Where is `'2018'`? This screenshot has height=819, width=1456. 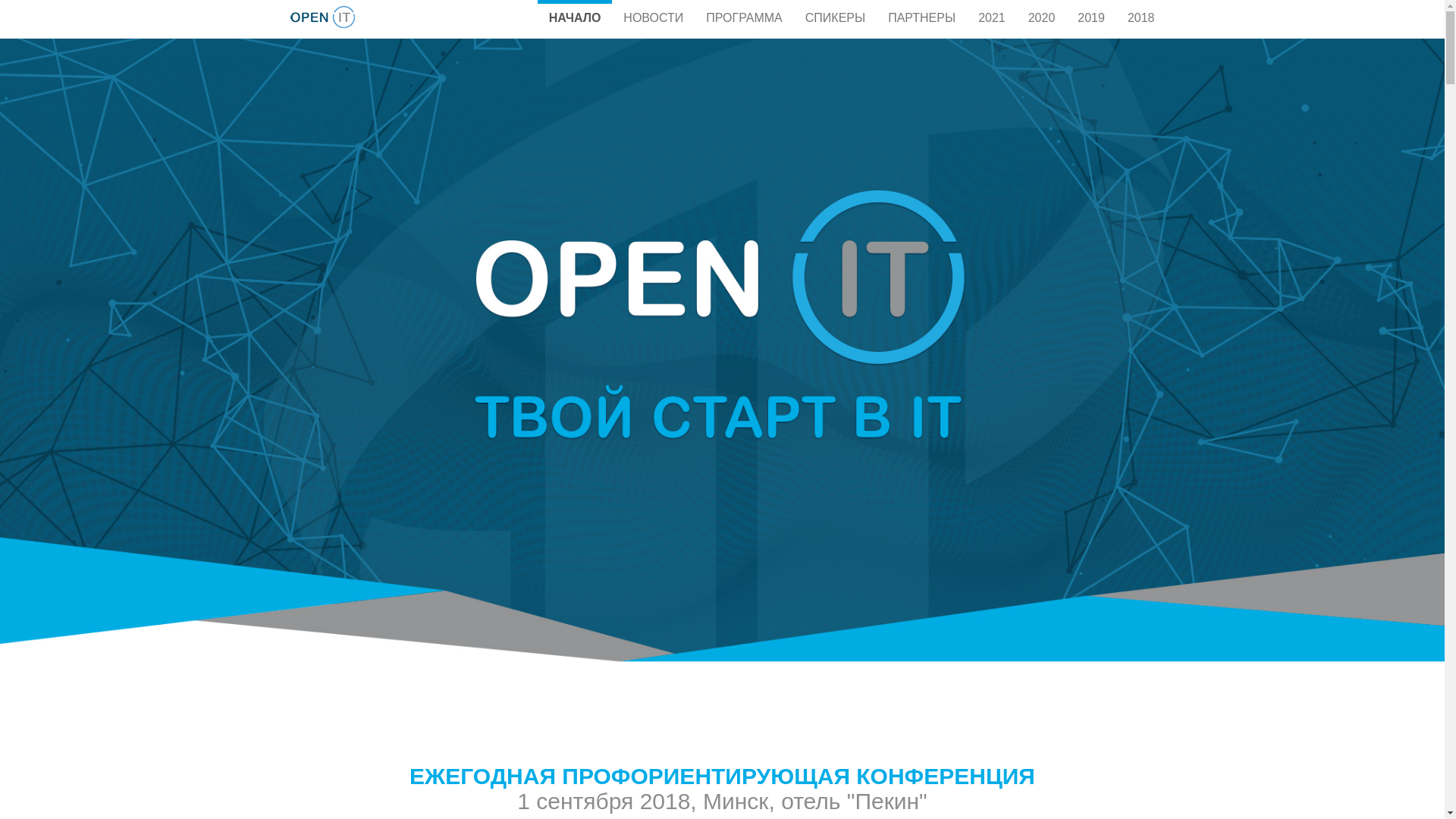
'2018' is located at coordinates (1141, 17).